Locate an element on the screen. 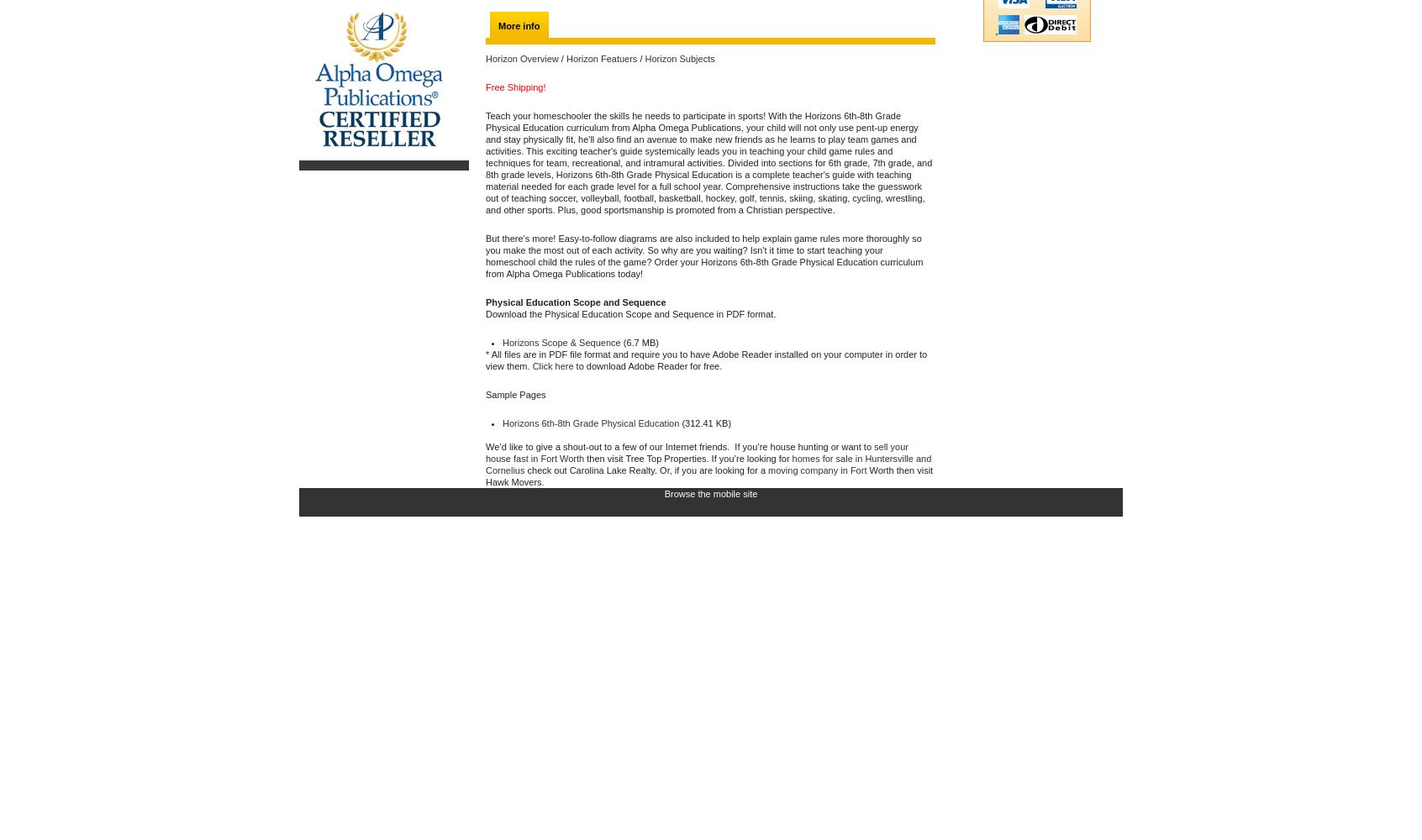  'Horizon Overview' is located at coordinates (520, 58).